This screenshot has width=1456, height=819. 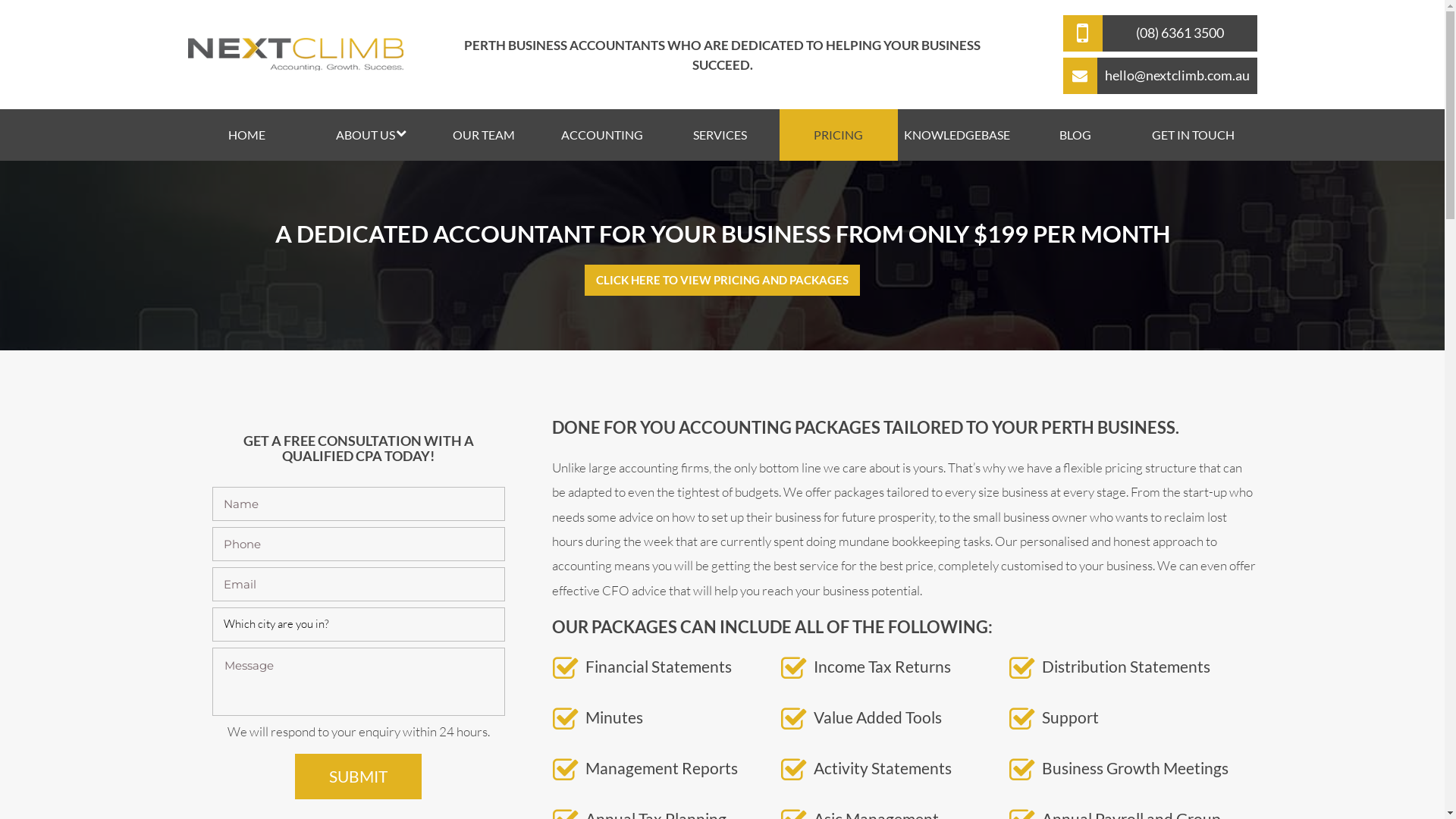 What do you see at coordinates (898, 133) in the screenshot?
I see `'KNOWLEDGEBASE'` at bounding box center [898, 133].